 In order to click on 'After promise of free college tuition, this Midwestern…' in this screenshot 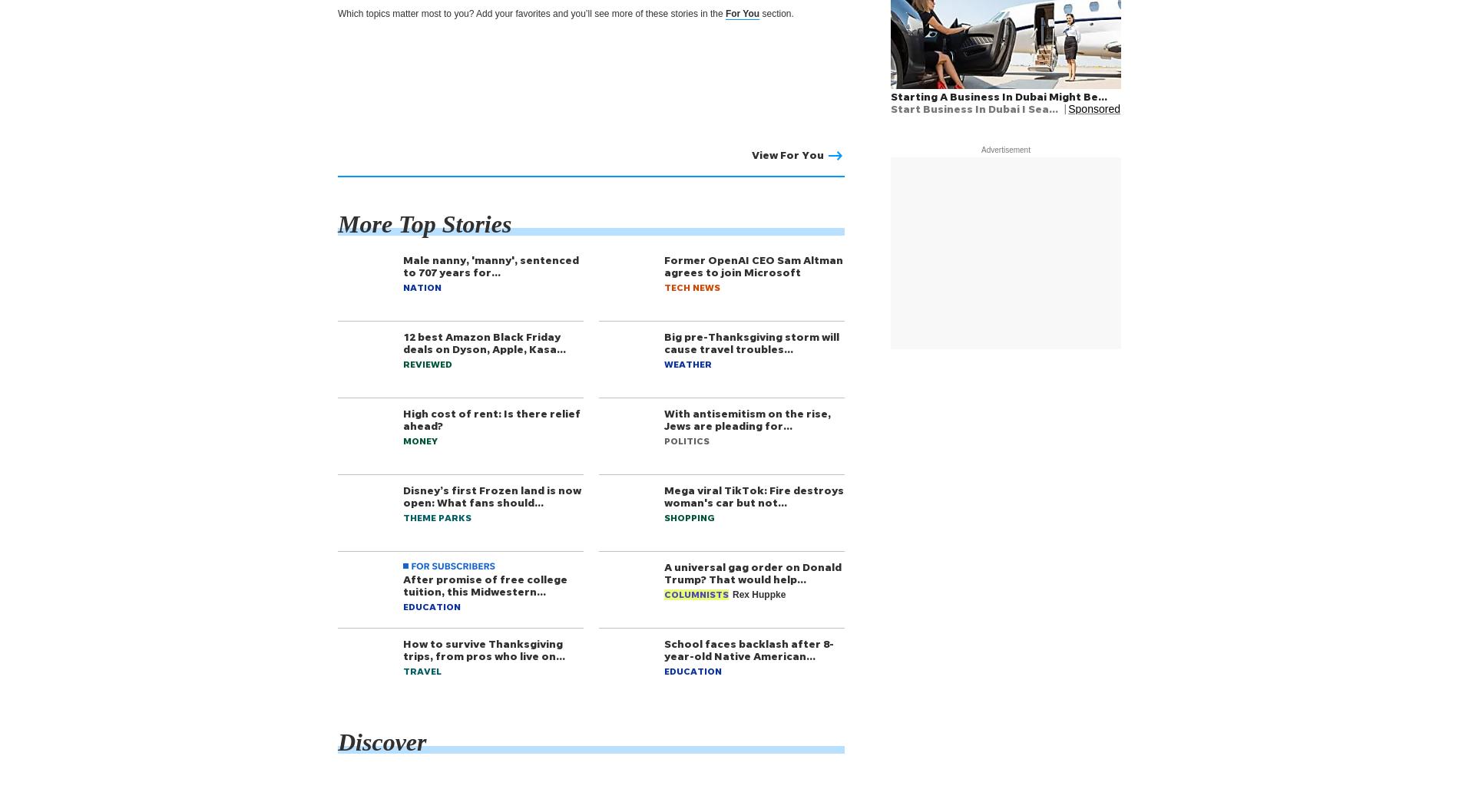, I will do `click(485, 585)`.